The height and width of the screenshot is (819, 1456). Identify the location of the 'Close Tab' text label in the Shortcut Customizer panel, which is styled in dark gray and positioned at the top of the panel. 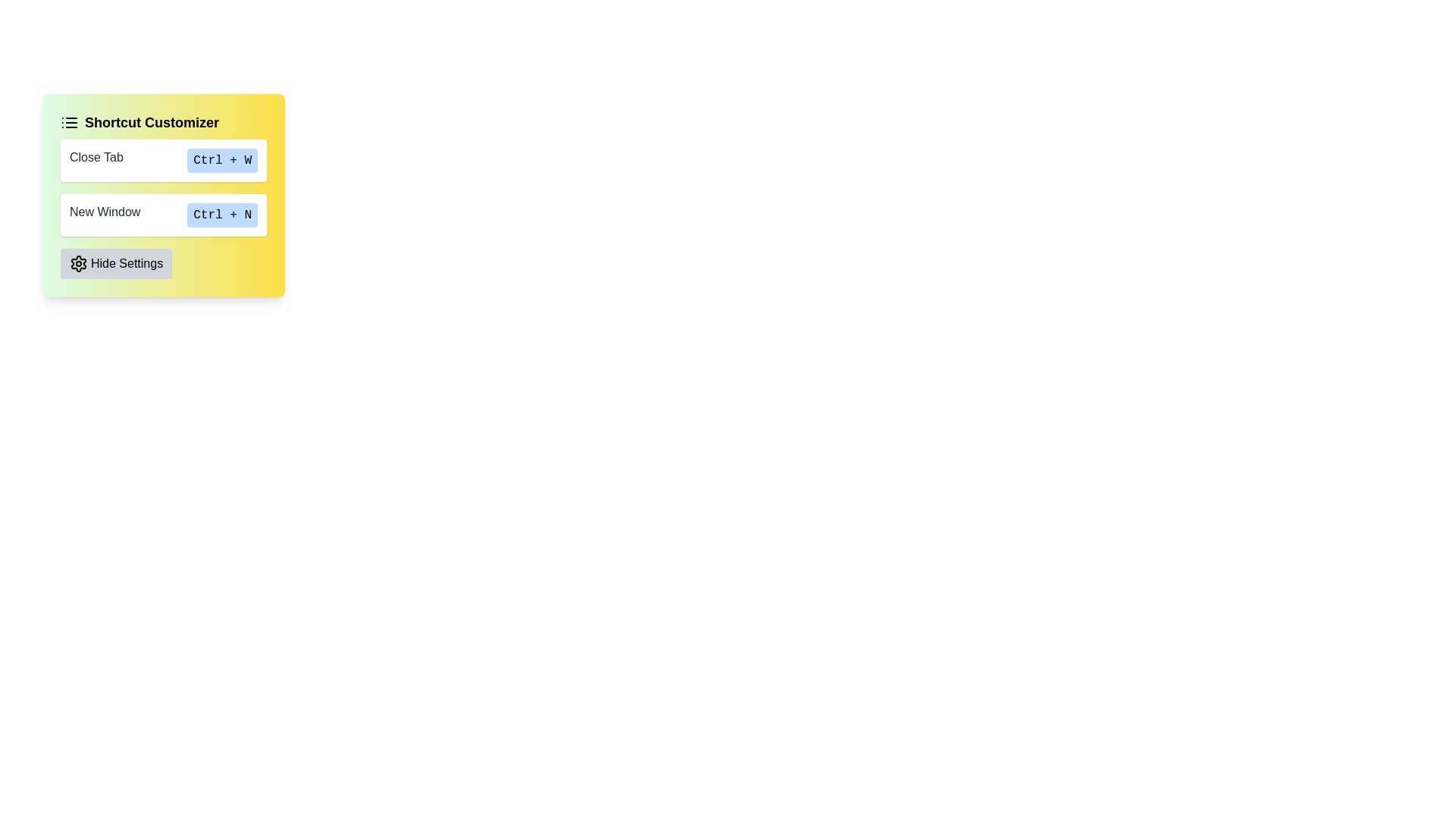
(96, 161).